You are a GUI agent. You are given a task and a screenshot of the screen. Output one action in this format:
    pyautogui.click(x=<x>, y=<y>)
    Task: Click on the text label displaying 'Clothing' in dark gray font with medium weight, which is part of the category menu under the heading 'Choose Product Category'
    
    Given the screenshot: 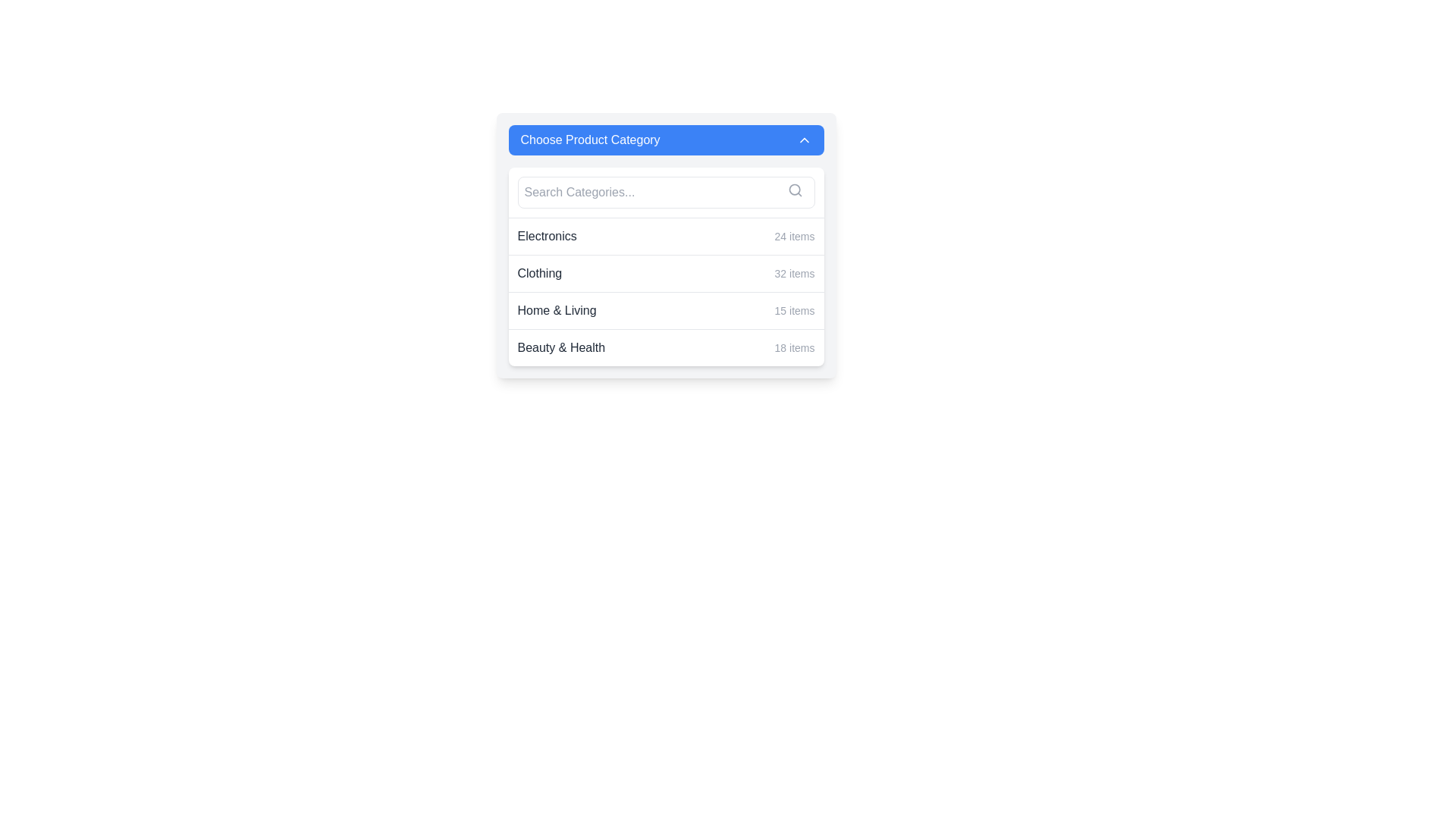 What is the action you would take?
    pyautogui.click(x=539, y=274)
    